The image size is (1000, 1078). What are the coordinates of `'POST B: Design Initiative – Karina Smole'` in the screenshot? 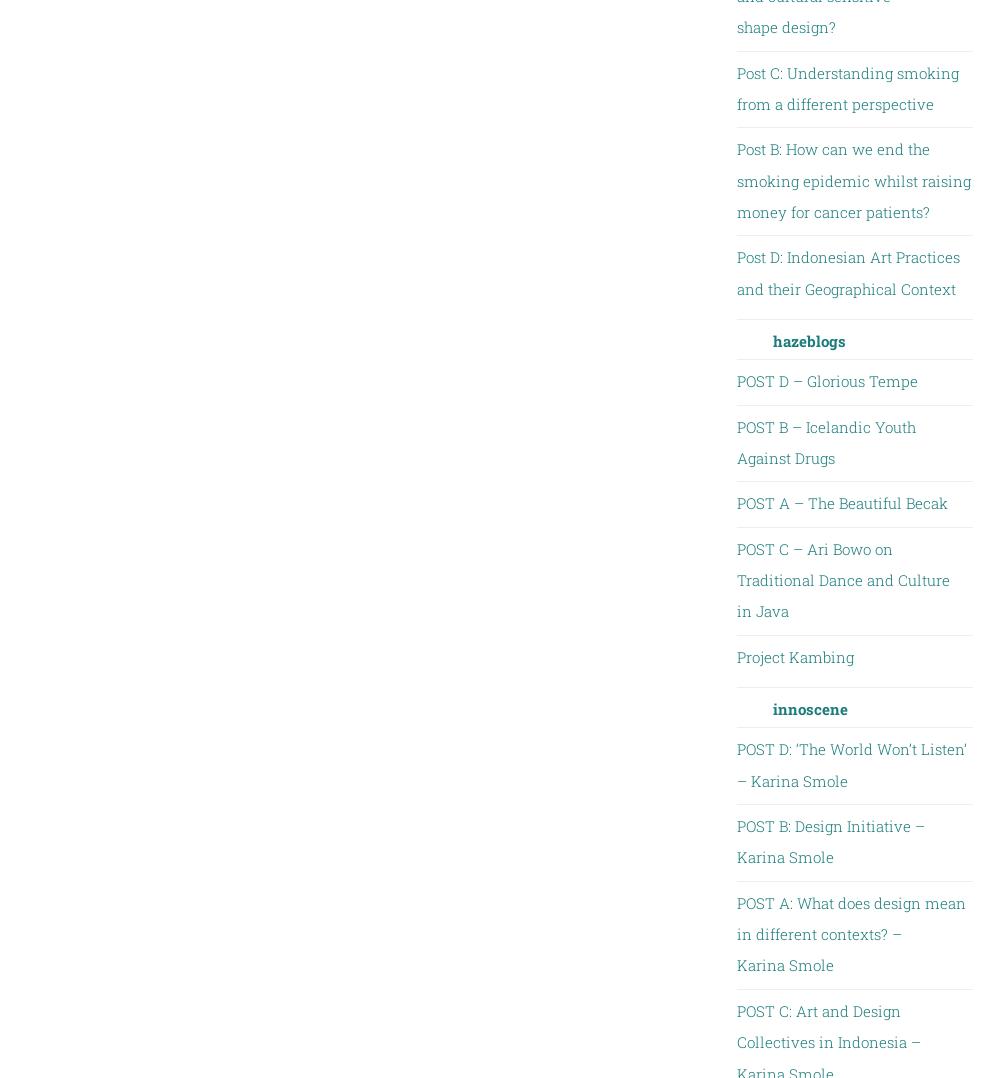 It's located at (735, 840).